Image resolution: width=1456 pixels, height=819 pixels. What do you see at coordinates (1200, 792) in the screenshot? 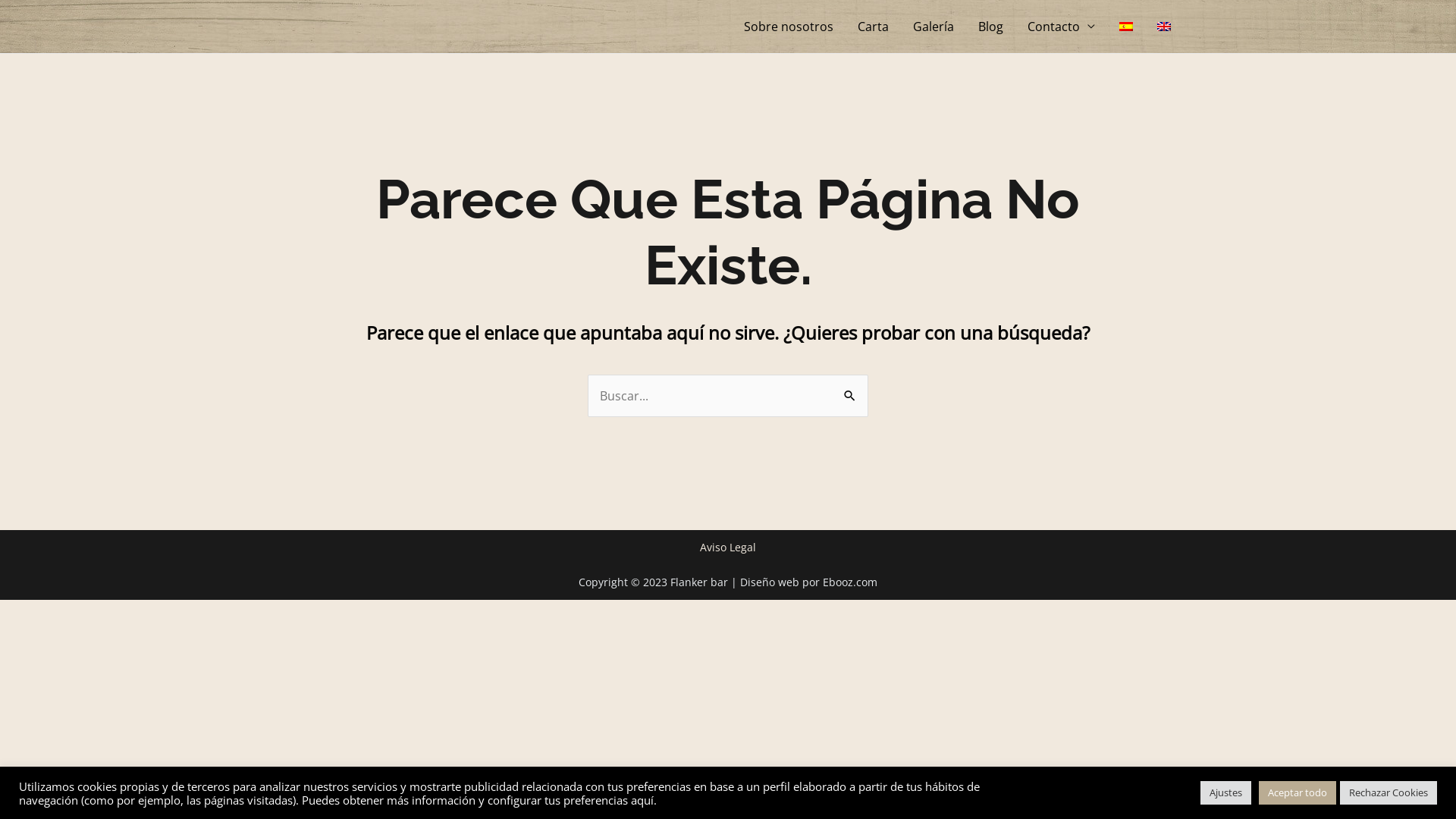
I see `'Ajustes'` at bounding box center [1200, 792].